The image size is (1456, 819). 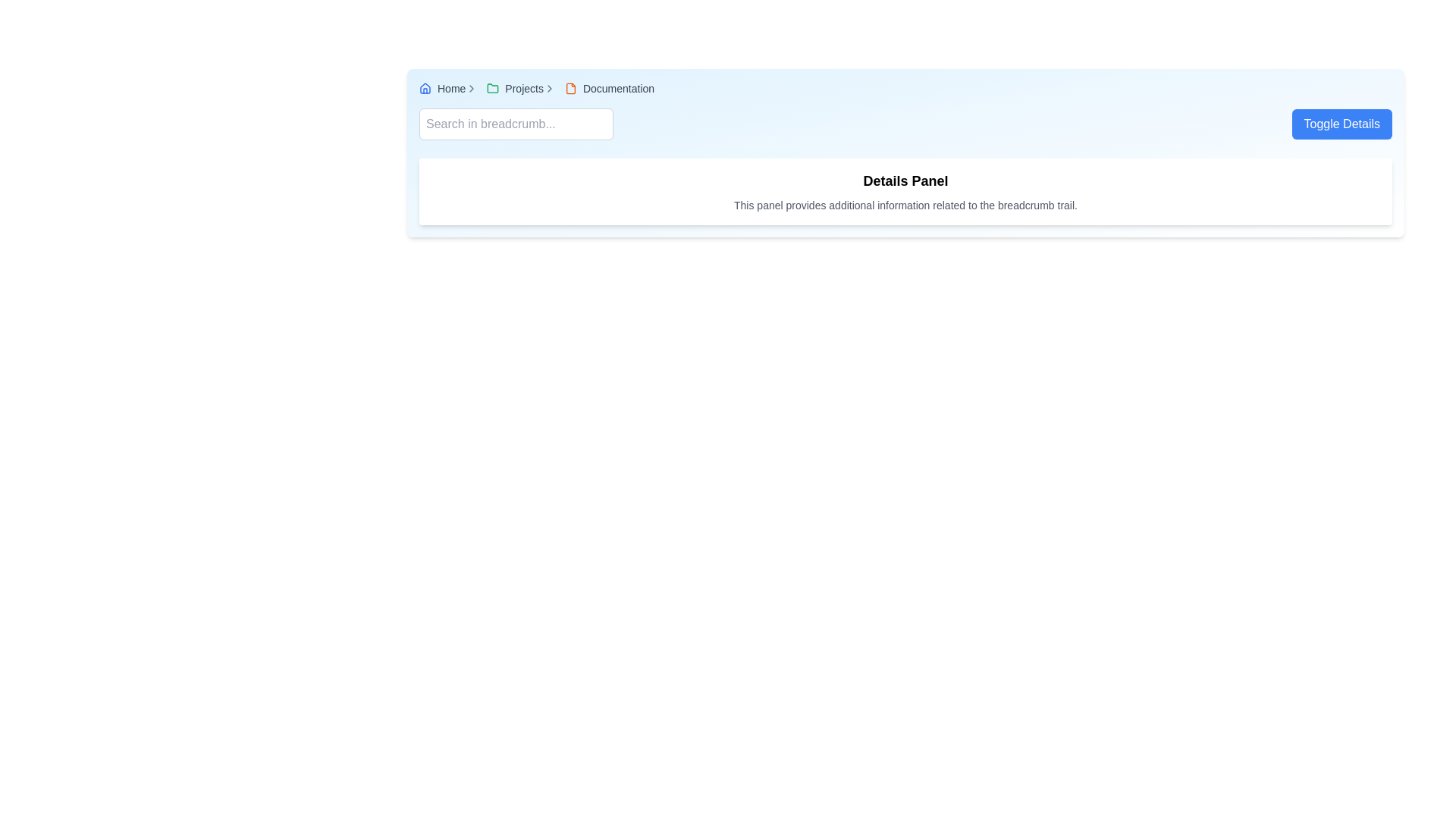 What do you see at coordinates (548, 88) in the screenshot?
I see `the chevron icon in the breadcrumb navigation bar, which is positioned after the text 'Projects' and the green folder icon` at bounding box center [548, 88].